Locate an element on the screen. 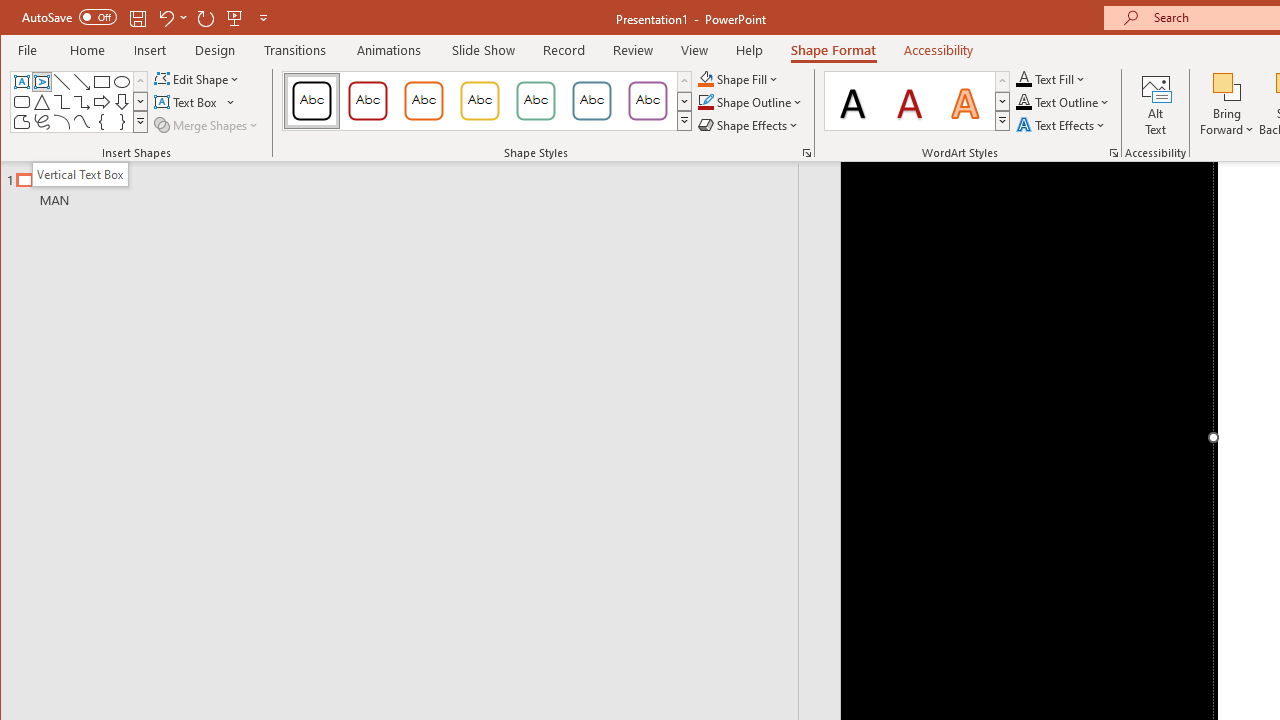  'Fill: Black, Text color 1; Shadow' is located at coordinates (853, 100).